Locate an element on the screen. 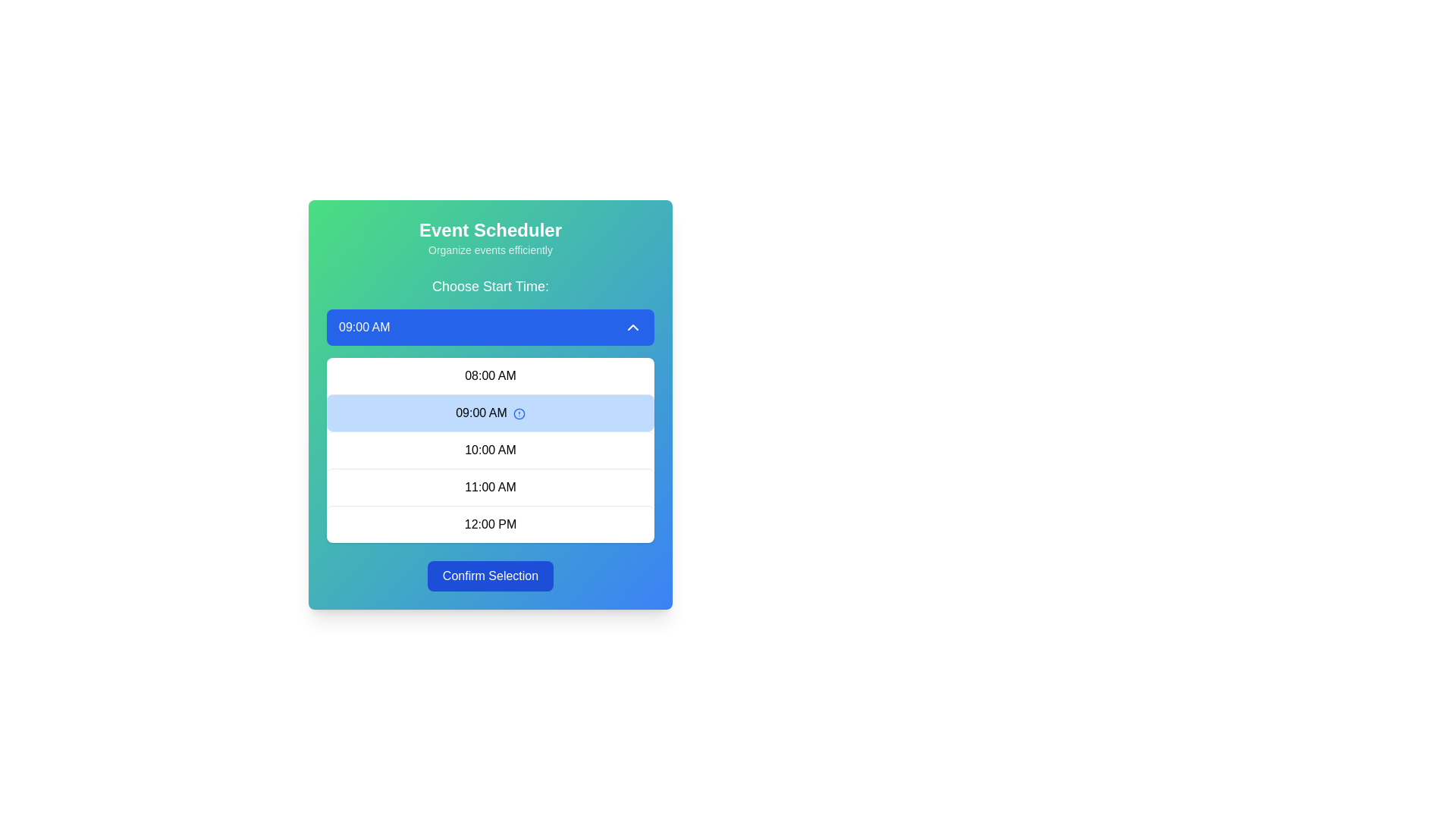 Image resolution: width=1456 pixels, height=819 pixels. the static text element that reads 'Organize events efficiently.' which is styled with a smaller font size and is positioned below the heading 'Event Scheduler.' is located at coordinates (491, 249).